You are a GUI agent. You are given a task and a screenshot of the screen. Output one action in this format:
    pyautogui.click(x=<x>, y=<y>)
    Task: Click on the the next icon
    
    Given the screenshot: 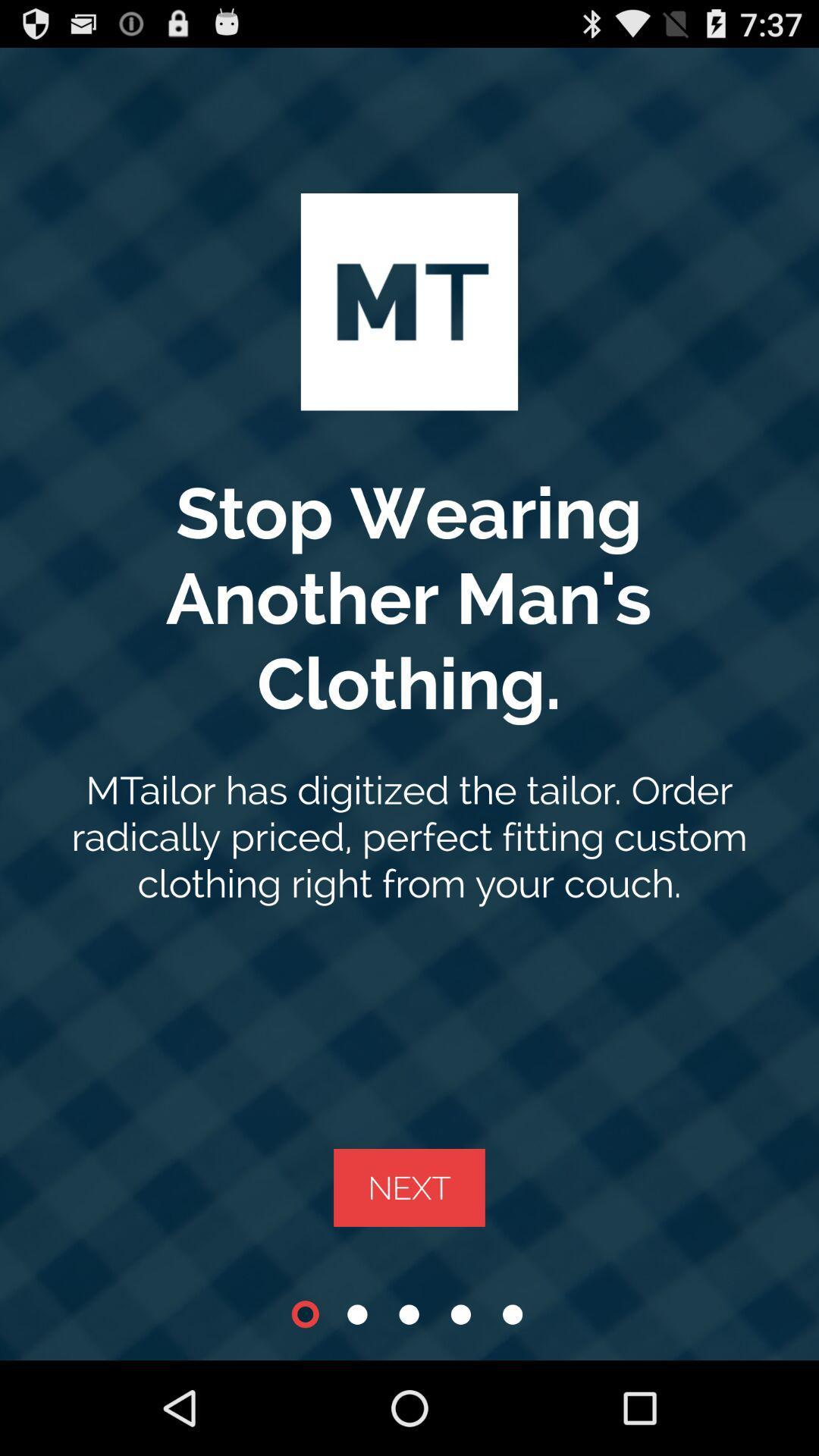 What is the action you would take?
    pyautogui.click(x=409, y=1187)
    